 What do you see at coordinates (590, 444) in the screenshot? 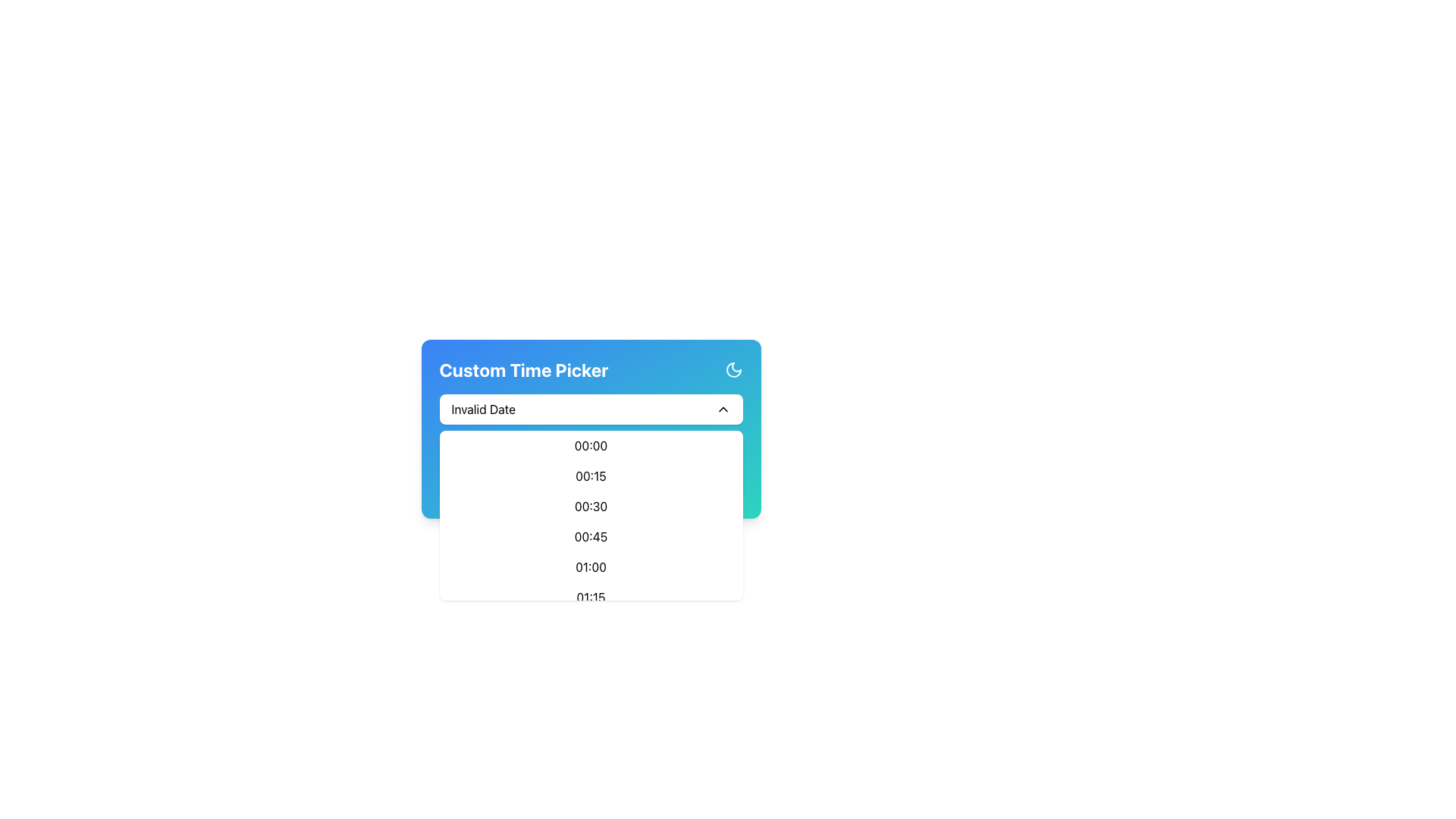
I see `the text label displaying '00:00'` at bounding box center [590, 444].